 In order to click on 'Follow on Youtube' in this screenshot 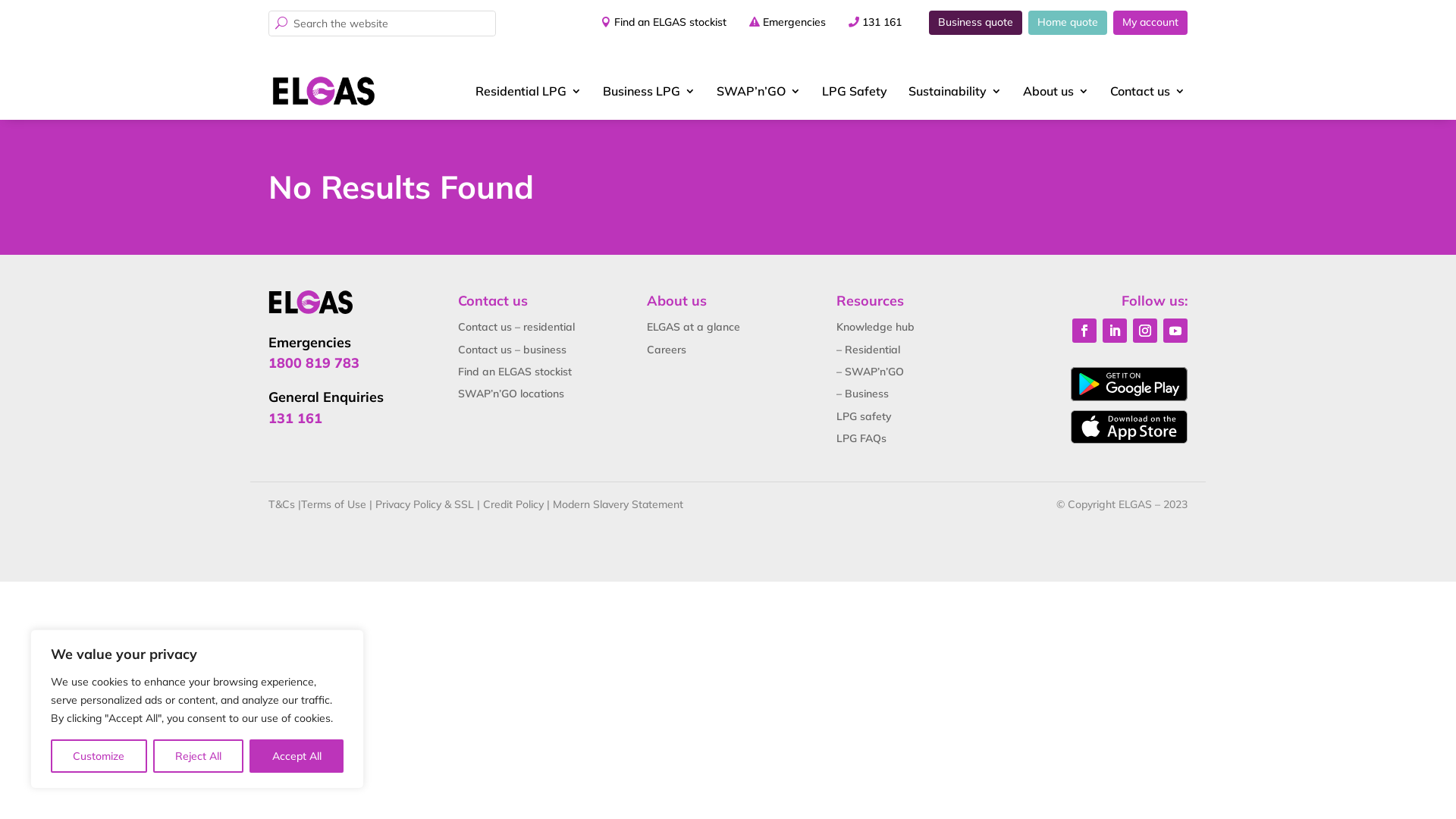, I will do `click(1175, 329)`.